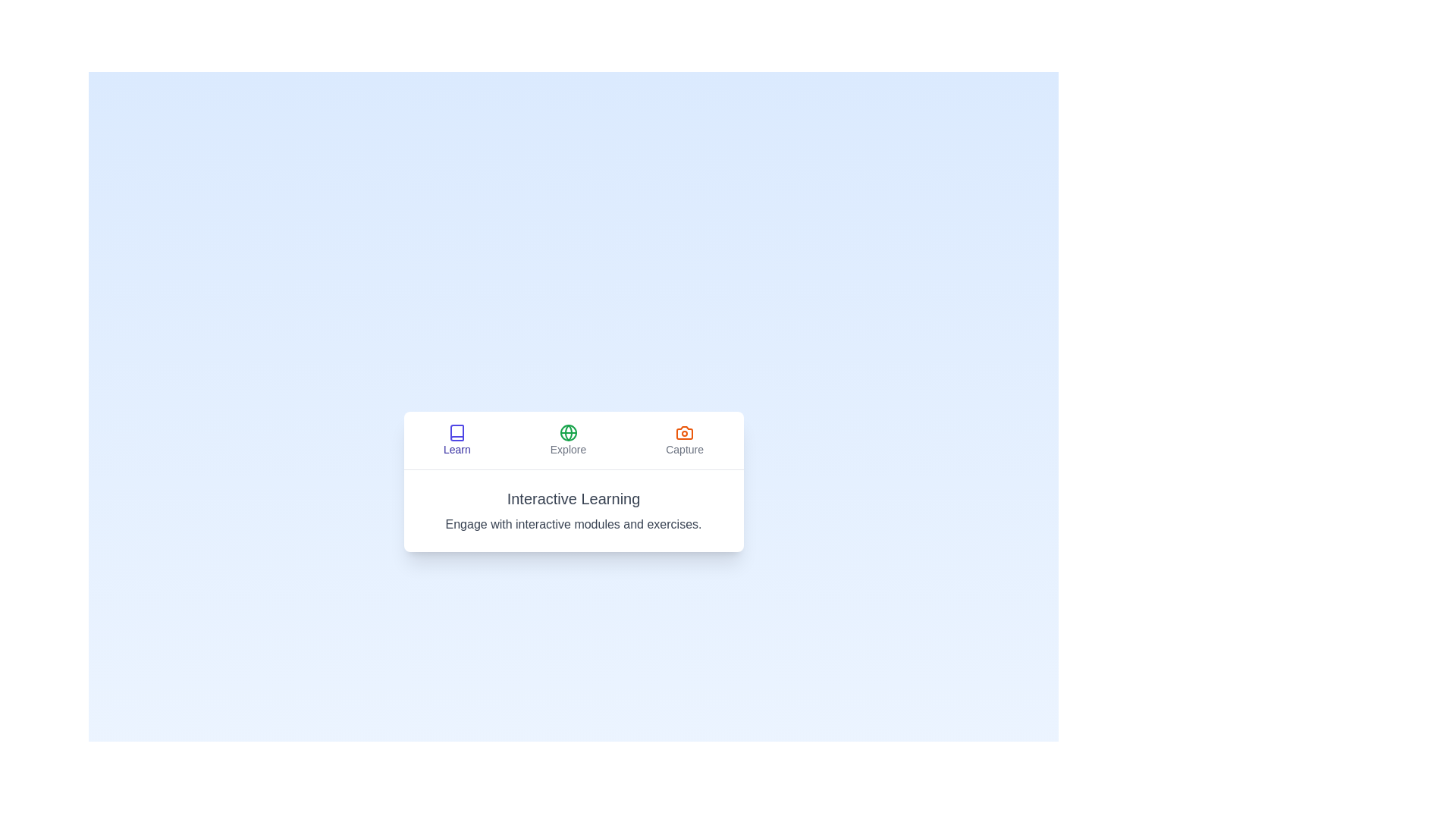 The height and width of the screenshot is (819, 1456). Describe the element at coordinates (684, 432) in the screenshot. I see `the icon for the Capture tab` at that location.